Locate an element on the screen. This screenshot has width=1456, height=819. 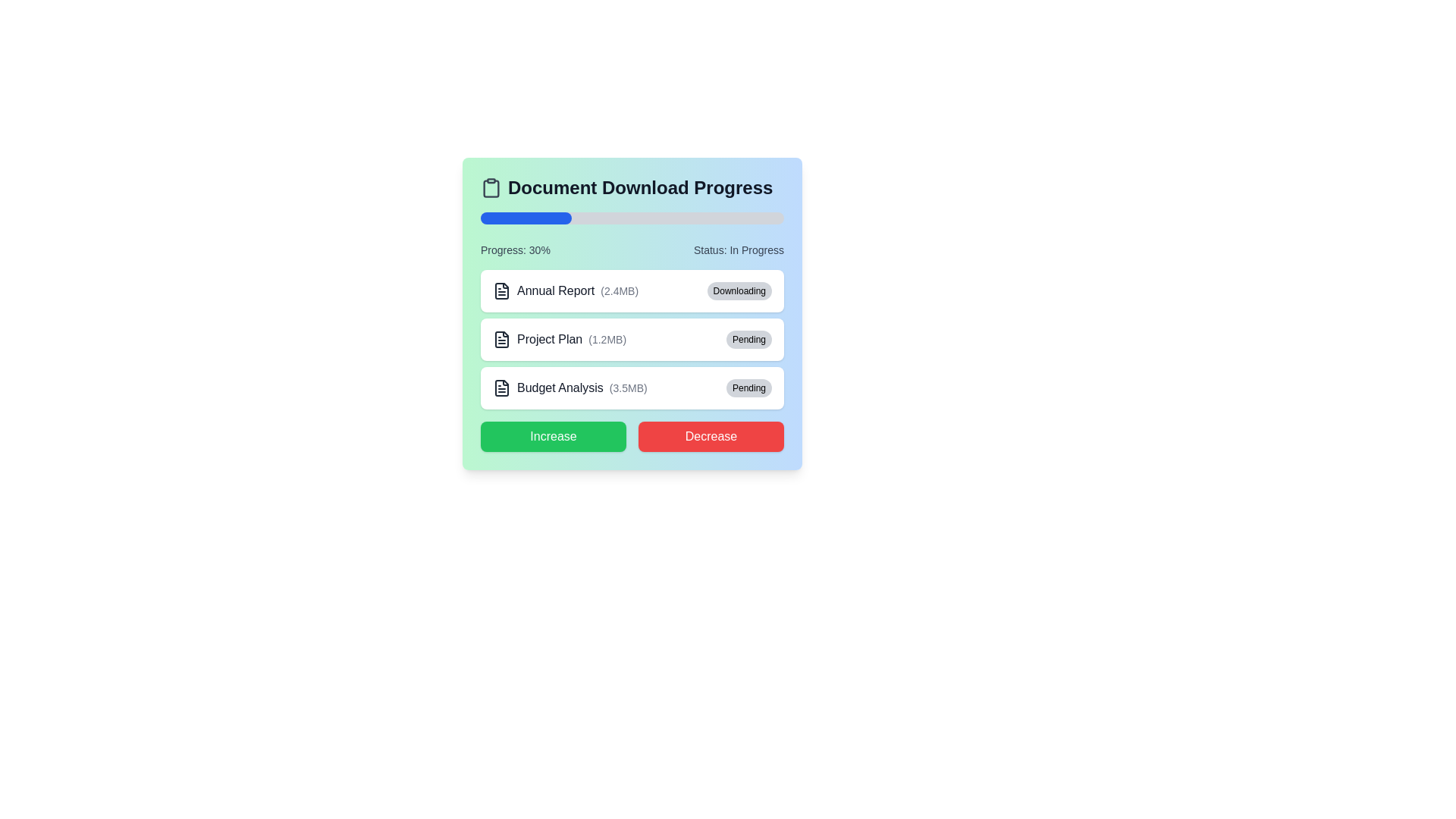
the text label that shows the file size of the 'Budget Analysis' document, located immediately after the 'Budget Analysis' text in the third list item of the 'Document Download Progress' panel is located at coordinates (628, 388).